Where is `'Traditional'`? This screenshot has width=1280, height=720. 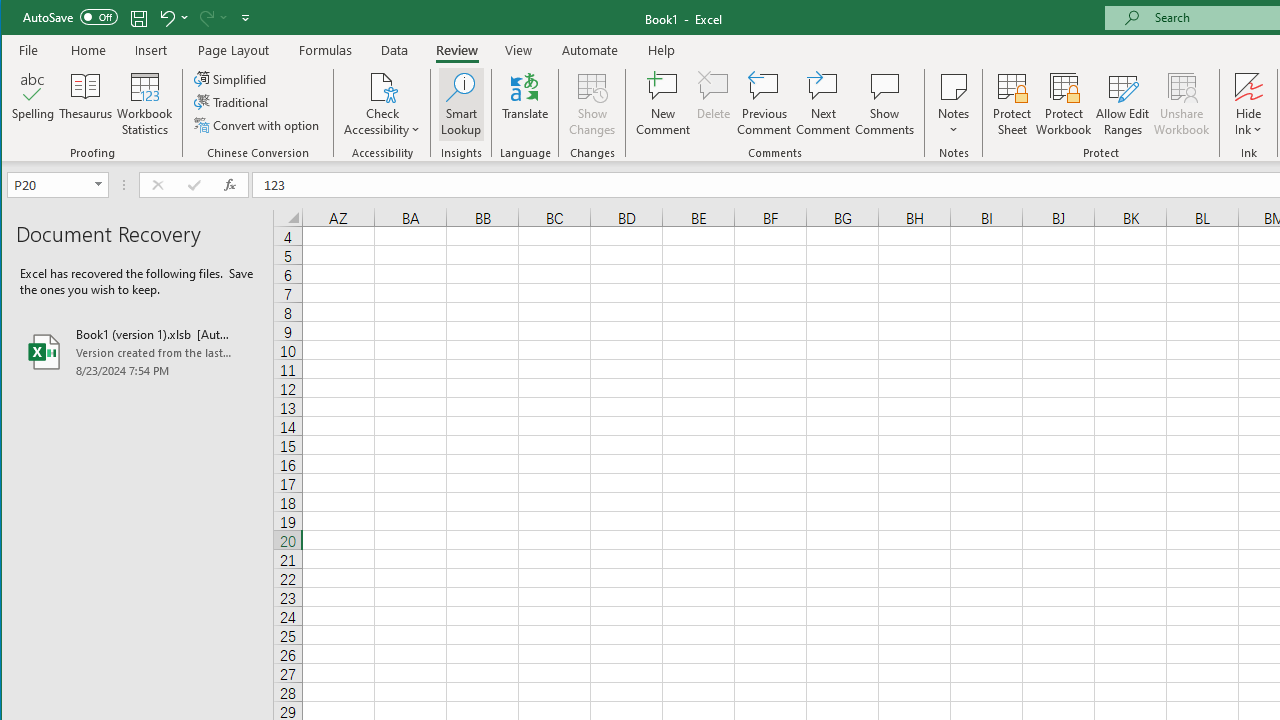
'Traditional' is located at coordinates (232, 102).